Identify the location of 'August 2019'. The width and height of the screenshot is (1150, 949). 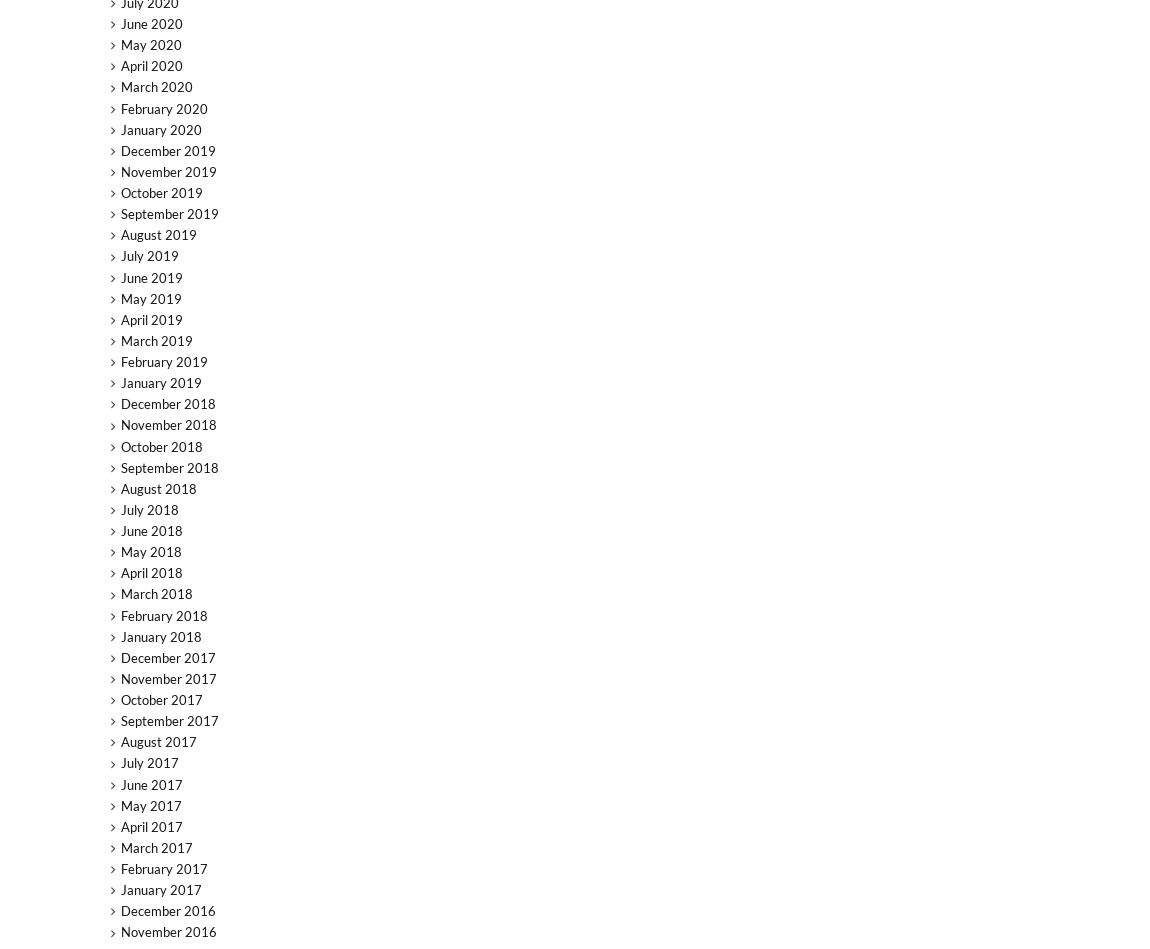
(157, 233).